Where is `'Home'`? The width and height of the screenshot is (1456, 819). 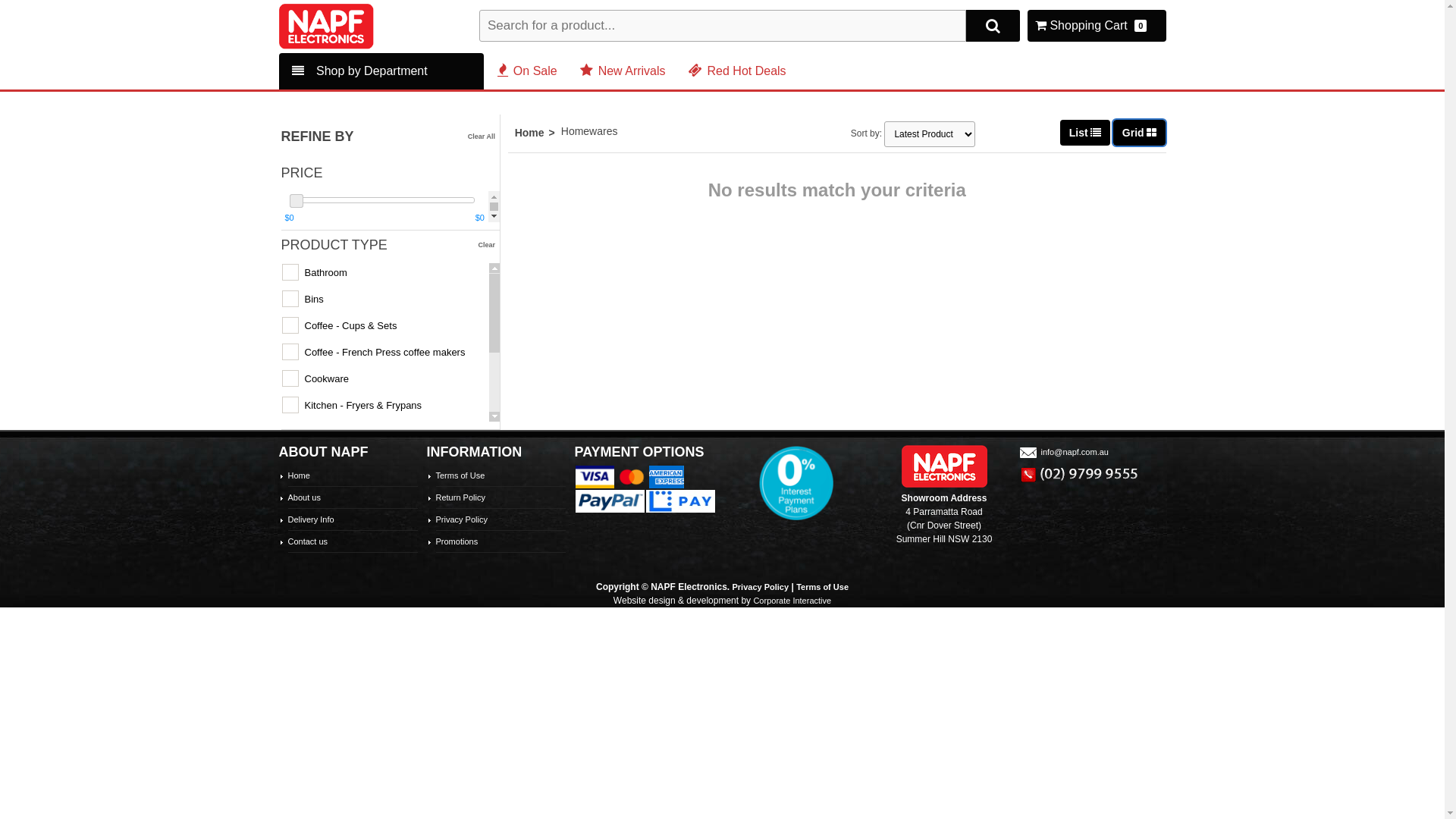 'Home' is located at coordinates (514, 131).